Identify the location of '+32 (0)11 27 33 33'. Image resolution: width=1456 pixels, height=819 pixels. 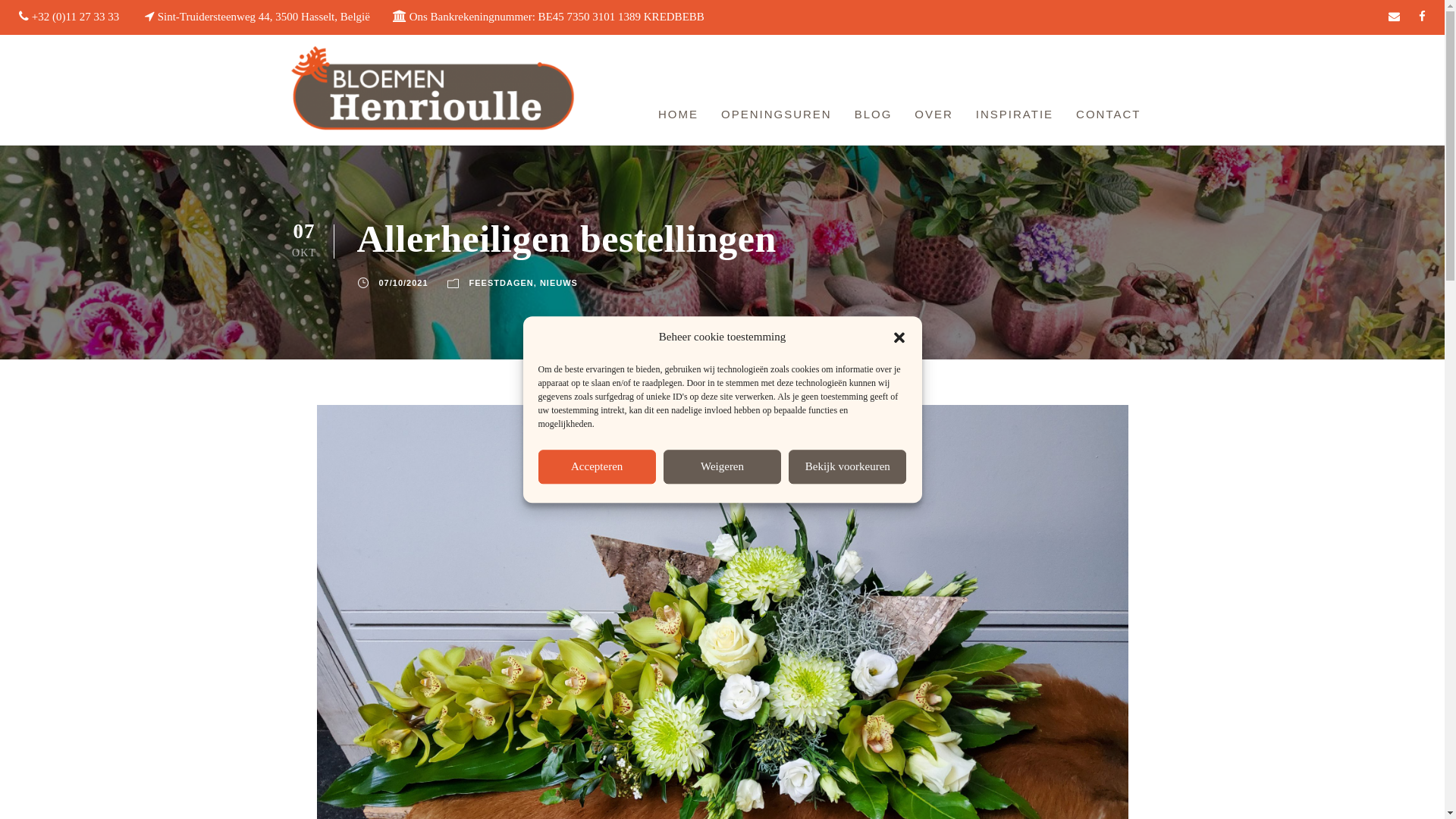
(74, 17).